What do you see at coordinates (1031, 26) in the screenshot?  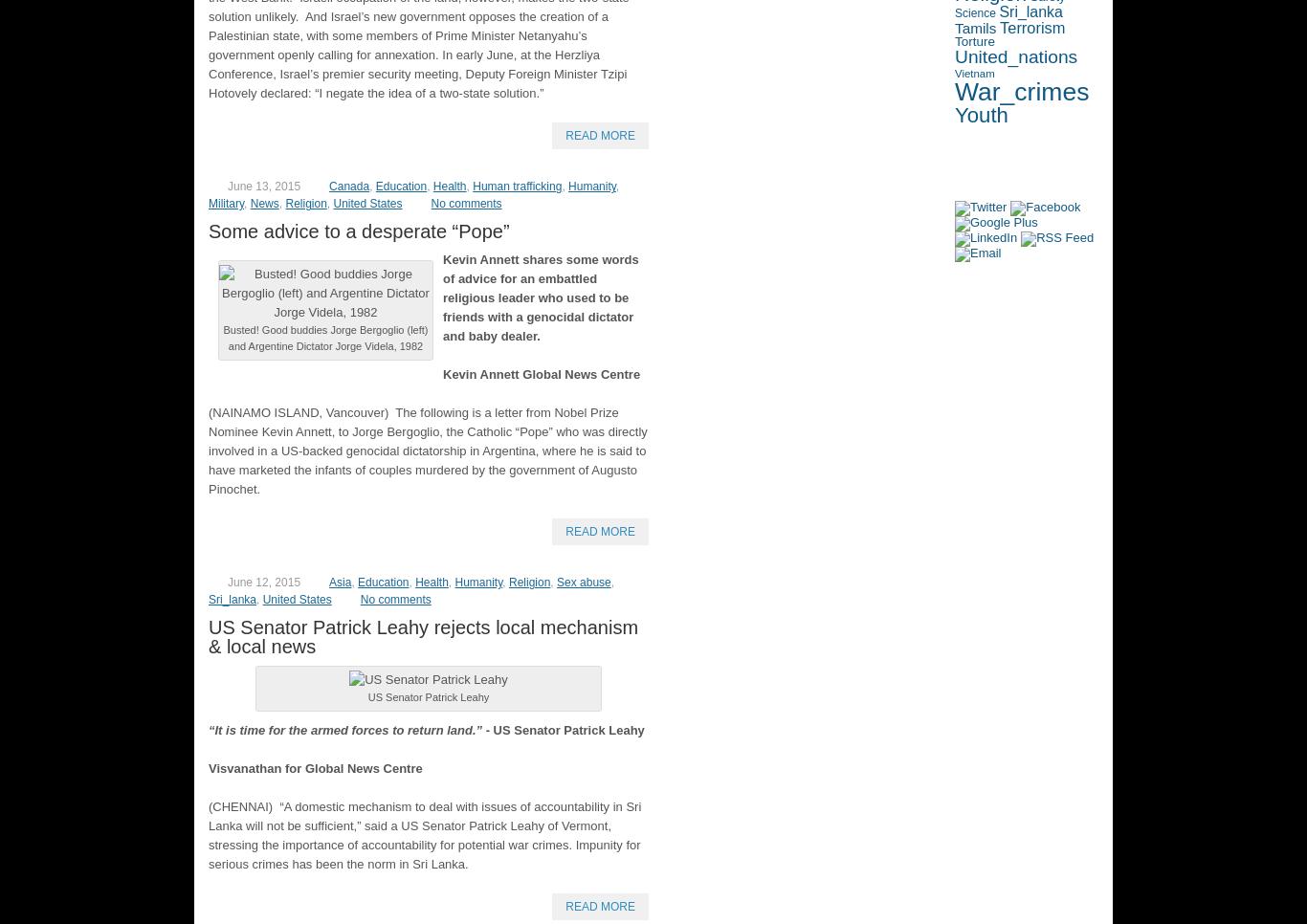 I see `'Terrorism'` at bounding box center [1031, 26].